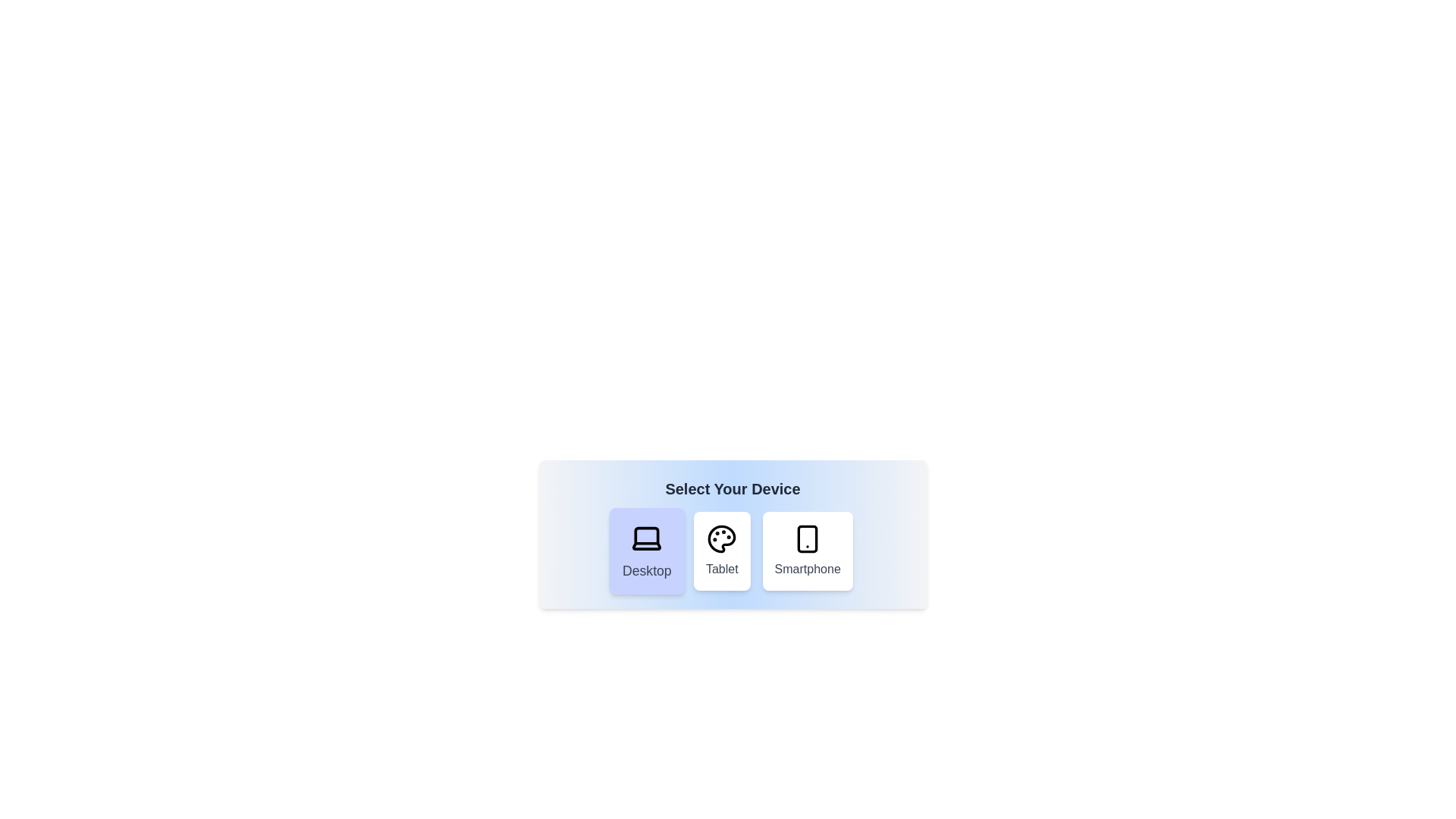 The width and height of the screenshot is (1456, 819). I want to click on the main body rectangular component of the smartphone icon, which is centrally positioned and has rounded corners, so click(807, 538).